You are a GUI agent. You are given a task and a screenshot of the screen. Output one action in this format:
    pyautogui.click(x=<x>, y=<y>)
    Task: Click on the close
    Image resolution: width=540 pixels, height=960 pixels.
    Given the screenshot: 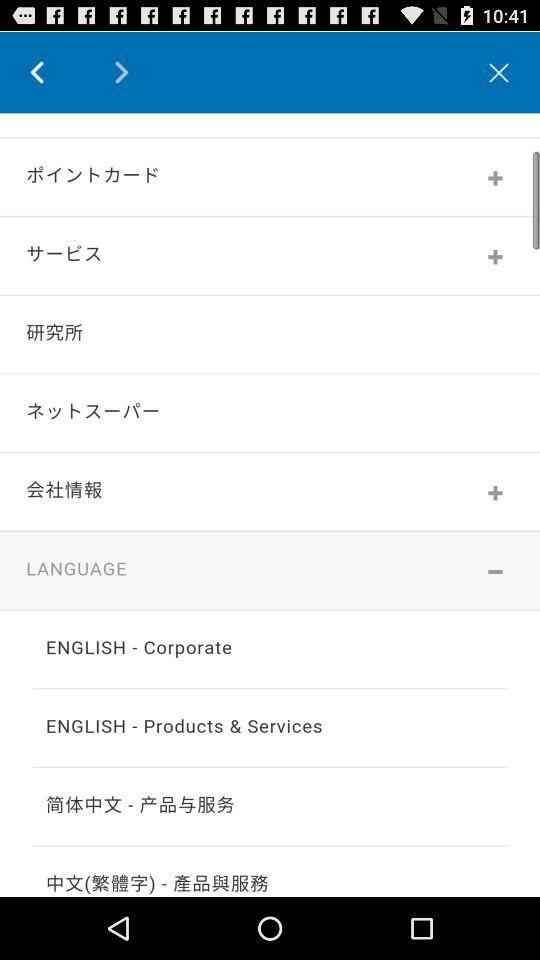 What is the action you would take?
    pyautogui.click(x=498, y=72)
    